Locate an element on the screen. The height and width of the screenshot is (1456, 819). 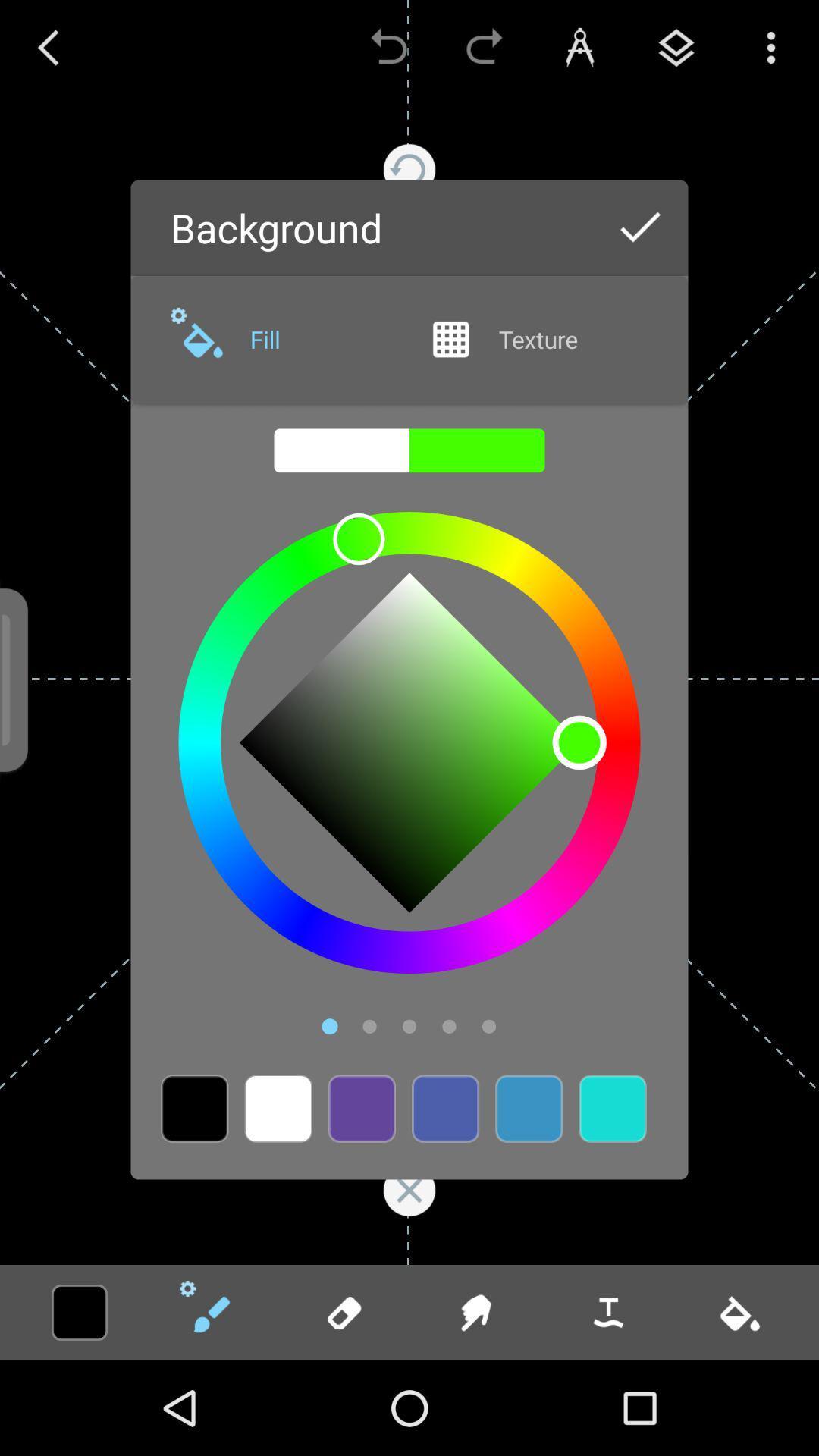
the font icon is located at coordinates (579, 47).